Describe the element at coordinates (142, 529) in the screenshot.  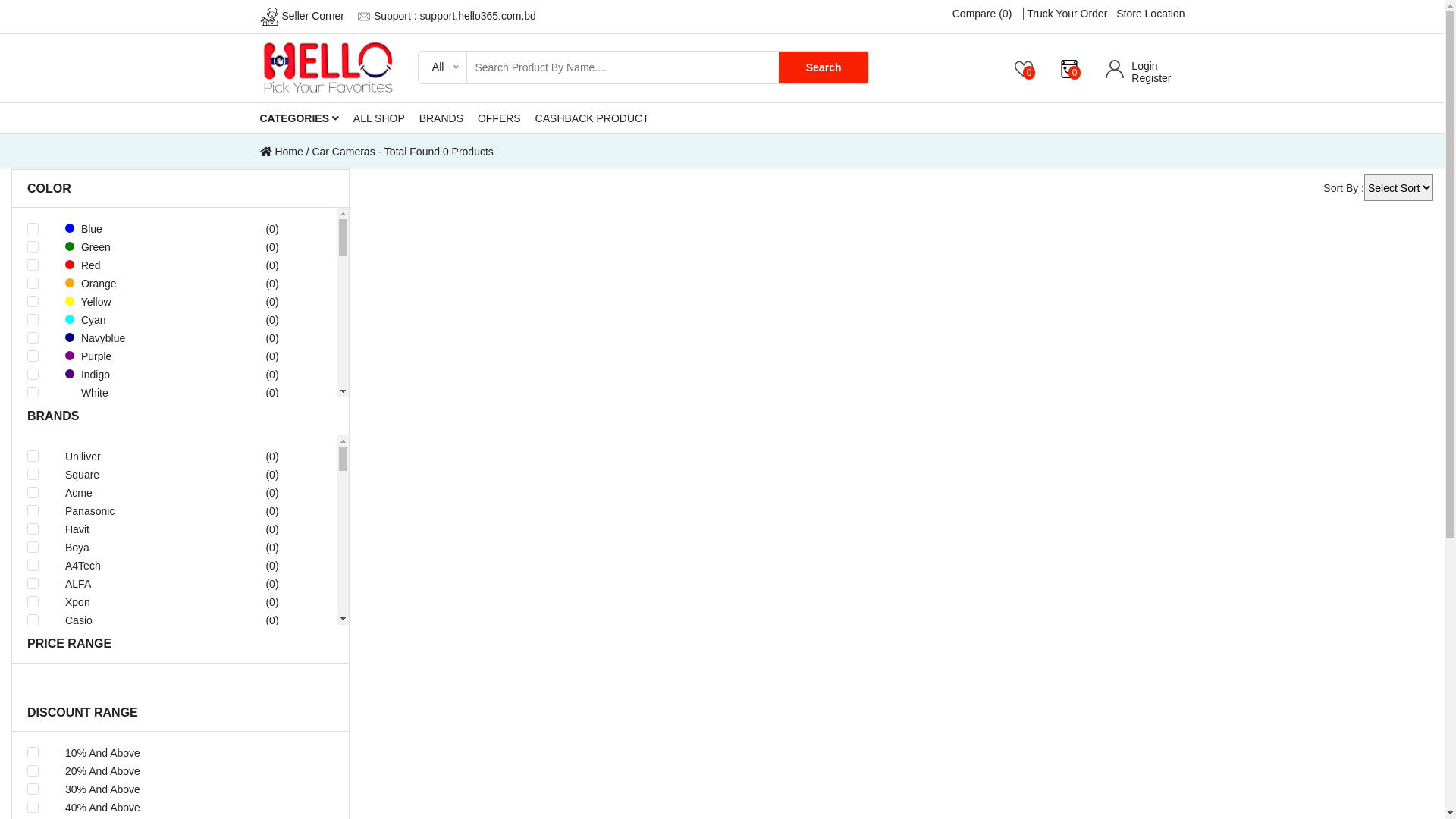
I see `'Havit'` at that location.